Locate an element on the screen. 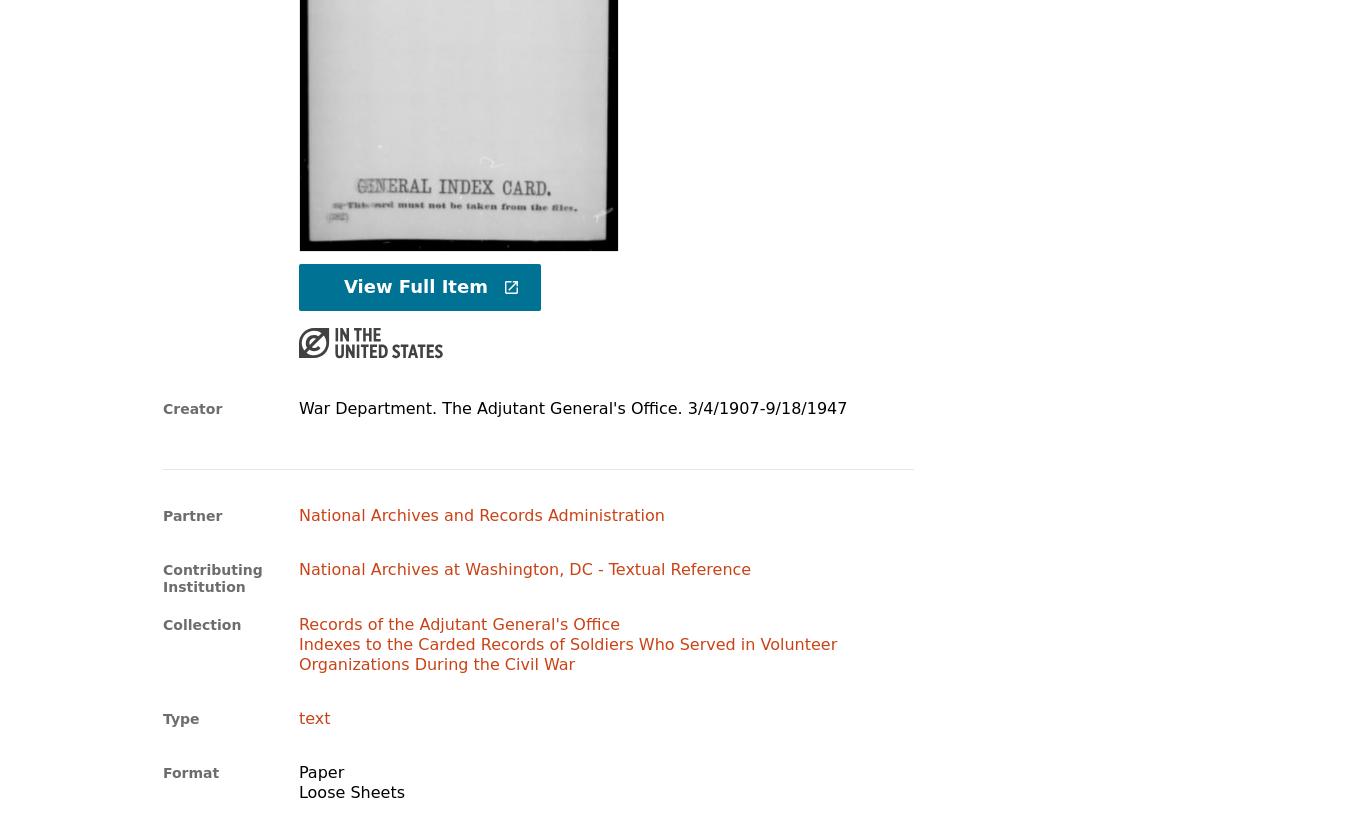  'Records of the Adjutant General's Office' is located at coordinates (458, 623).